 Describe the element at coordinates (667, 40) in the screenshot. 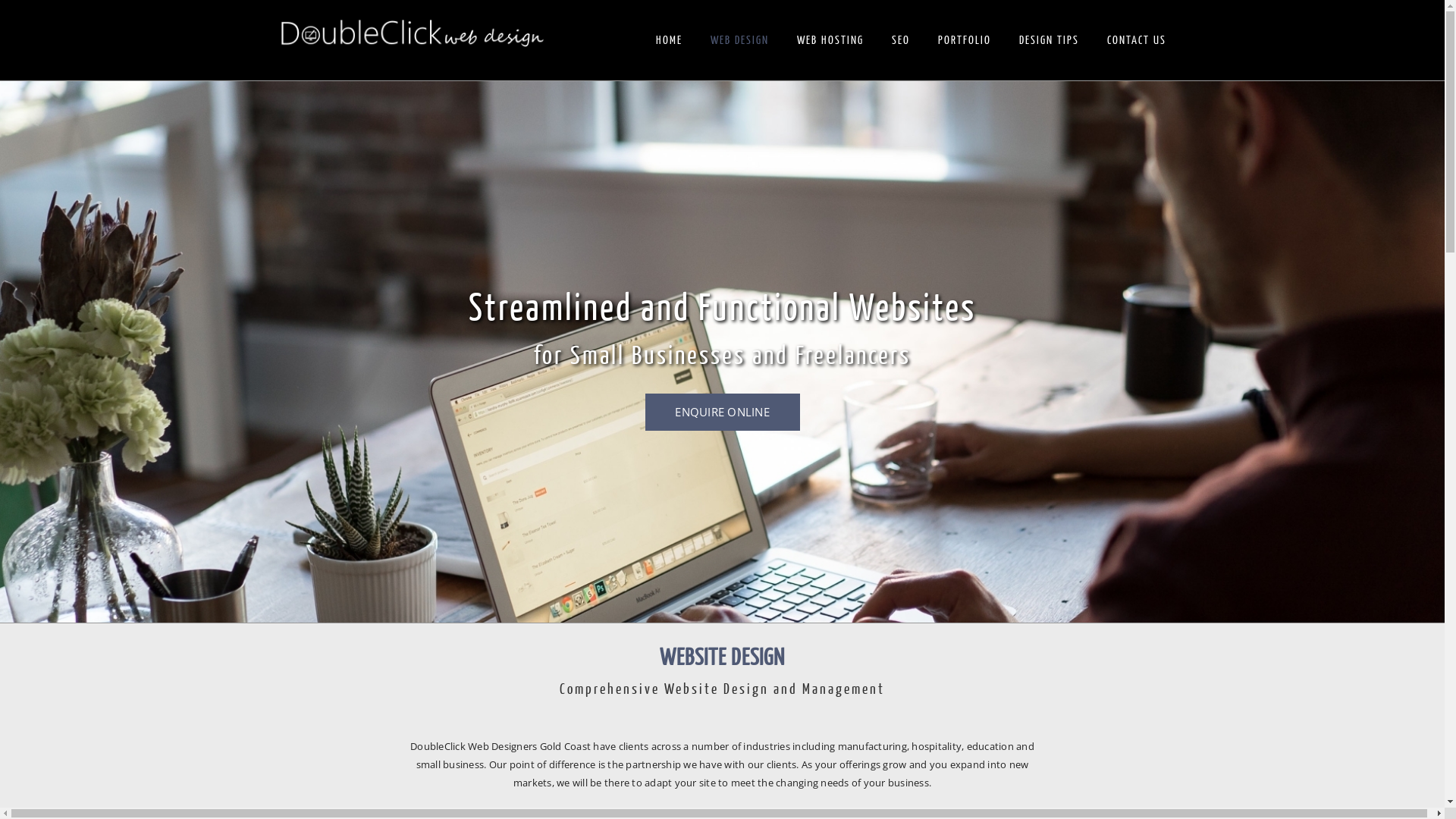

I see `'HOME'` at that location.